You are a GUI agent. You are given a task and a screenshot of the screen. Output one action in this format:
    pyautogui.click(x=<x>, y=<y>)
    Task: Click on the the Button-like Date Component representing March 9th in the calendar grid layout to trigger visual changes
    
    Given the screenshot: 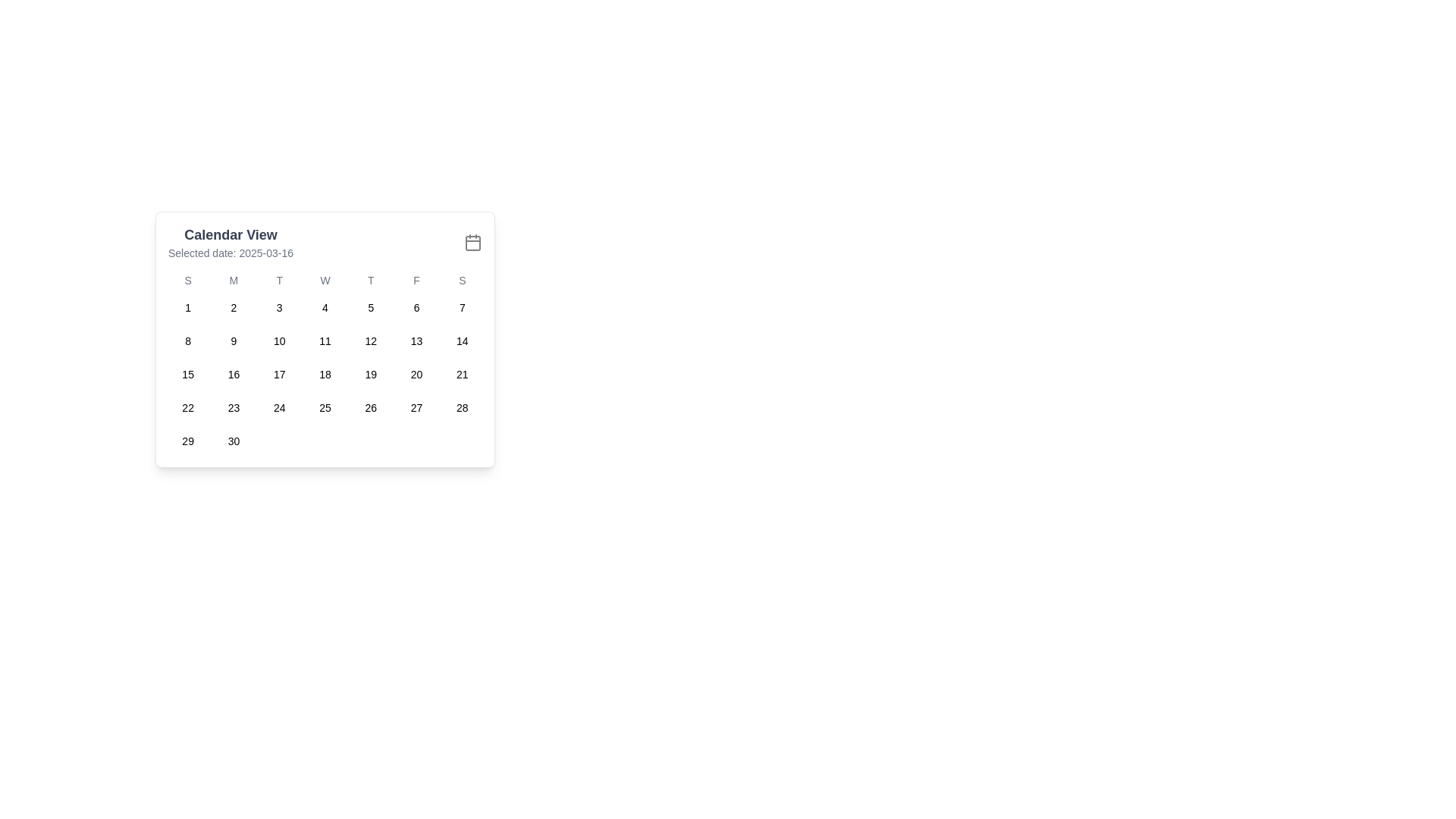 What is the action you would take?
    pyautogui.click(x=233, y=341)
    